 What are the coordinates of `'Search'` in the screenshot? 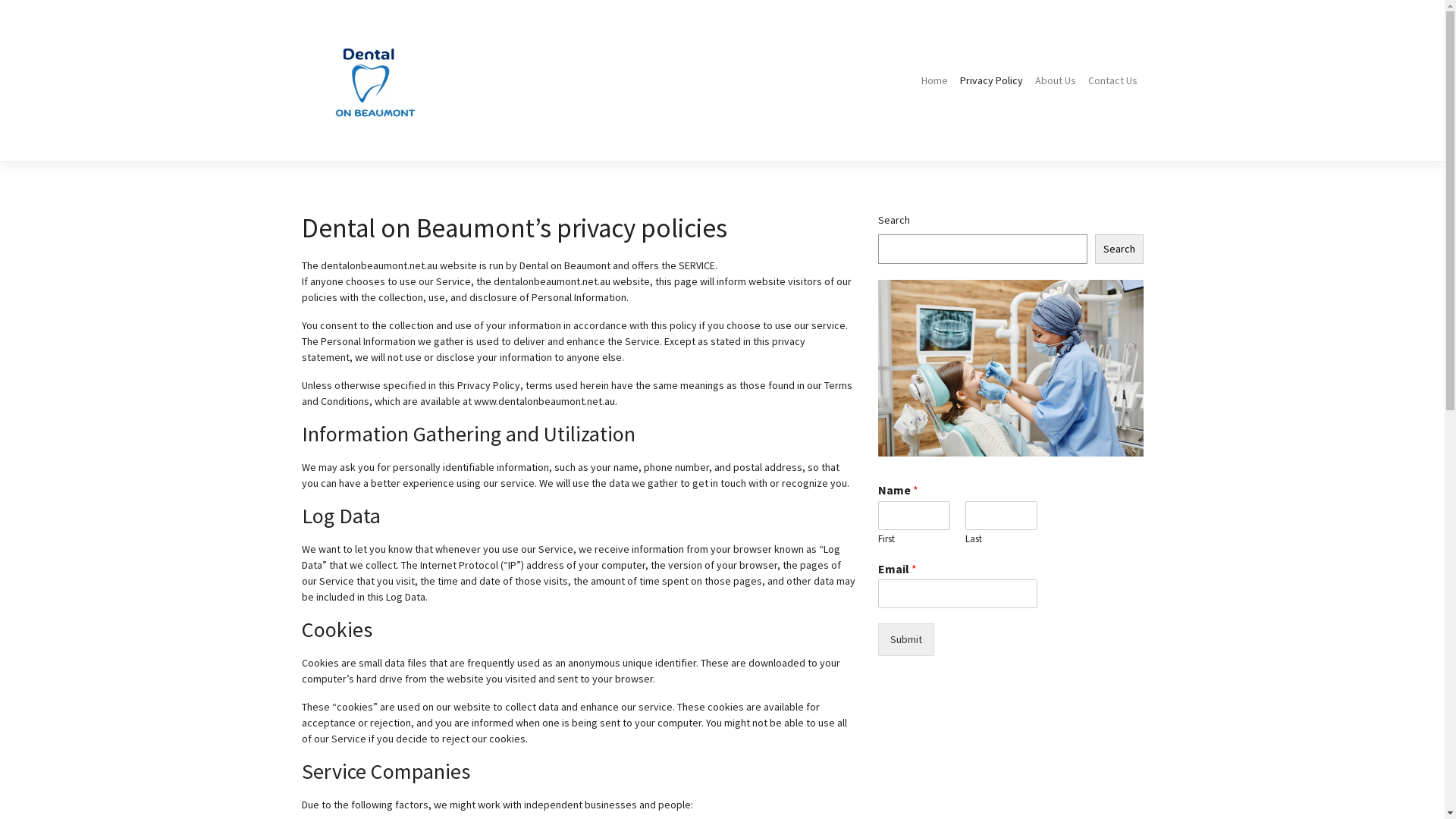 It's located at (1119, 248).